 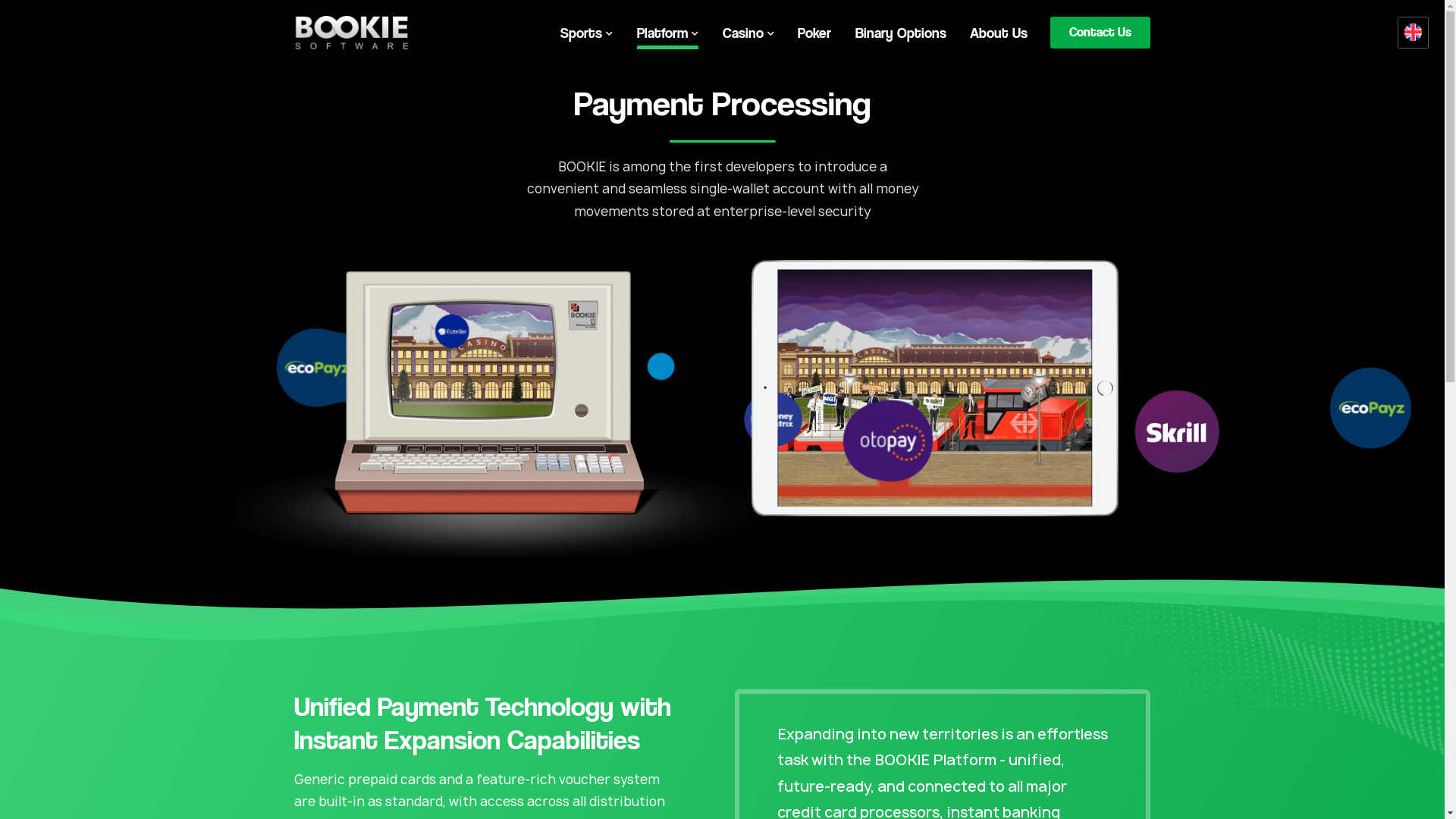 I want to click on 'Casino', so click(x=679, y=29).